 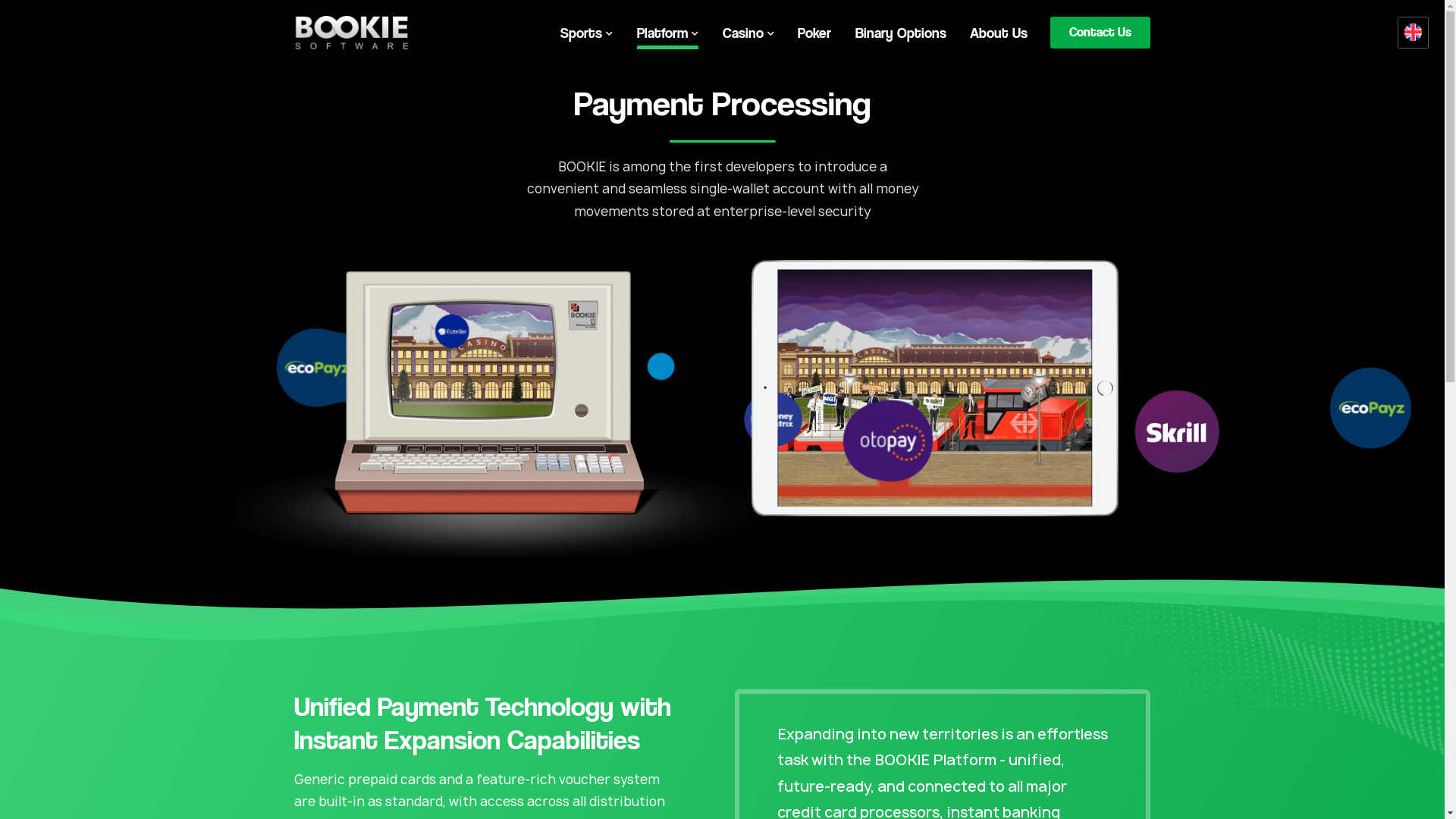 I want to click on 'Casino', so click(x=679, y=29).